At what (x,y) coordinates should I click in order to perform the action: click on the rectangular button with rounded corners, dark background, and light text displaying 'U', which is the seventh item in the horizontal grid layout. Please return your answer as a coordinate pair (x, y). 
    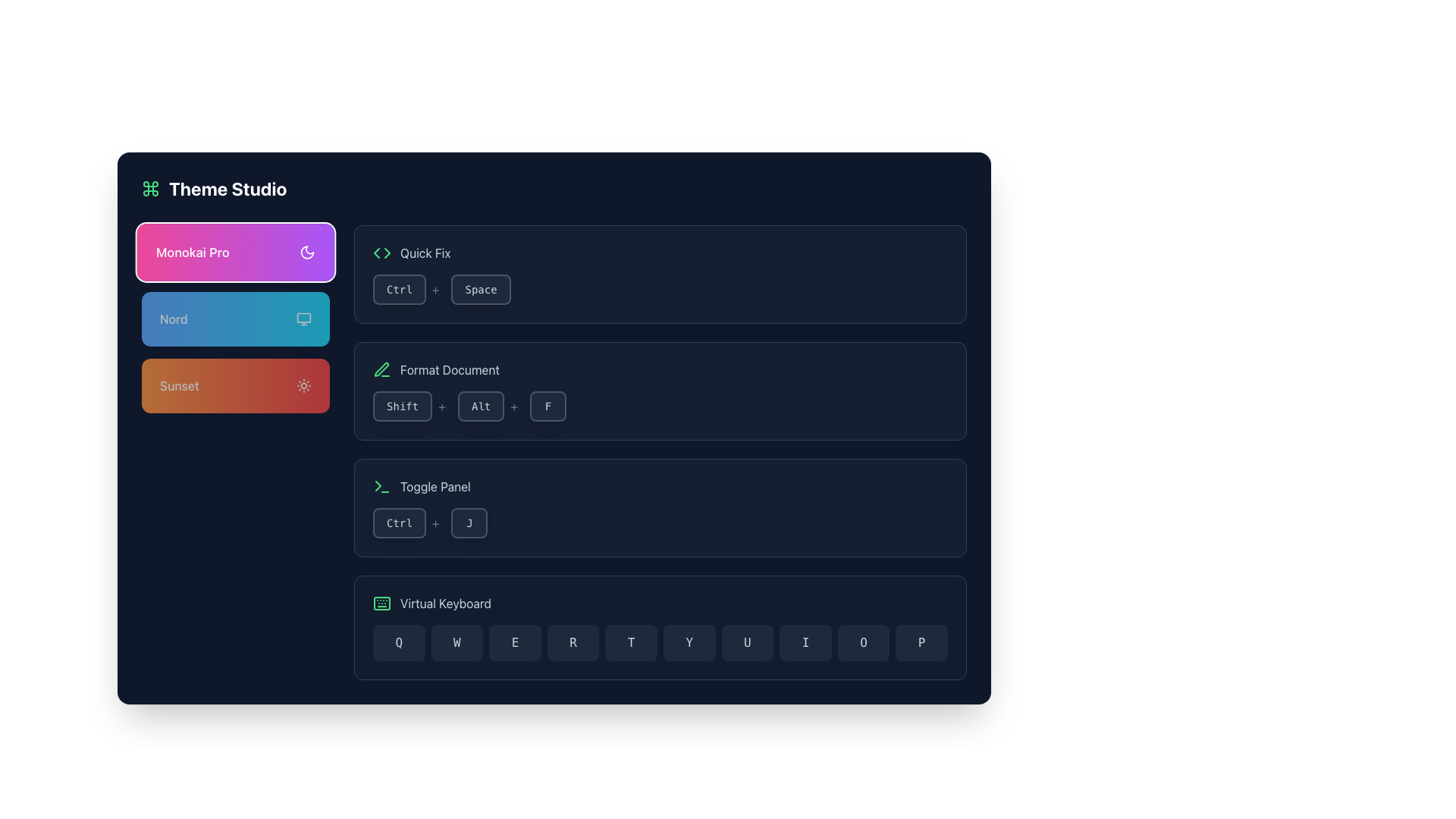
    Looking at the image, I should click on (747, 643).